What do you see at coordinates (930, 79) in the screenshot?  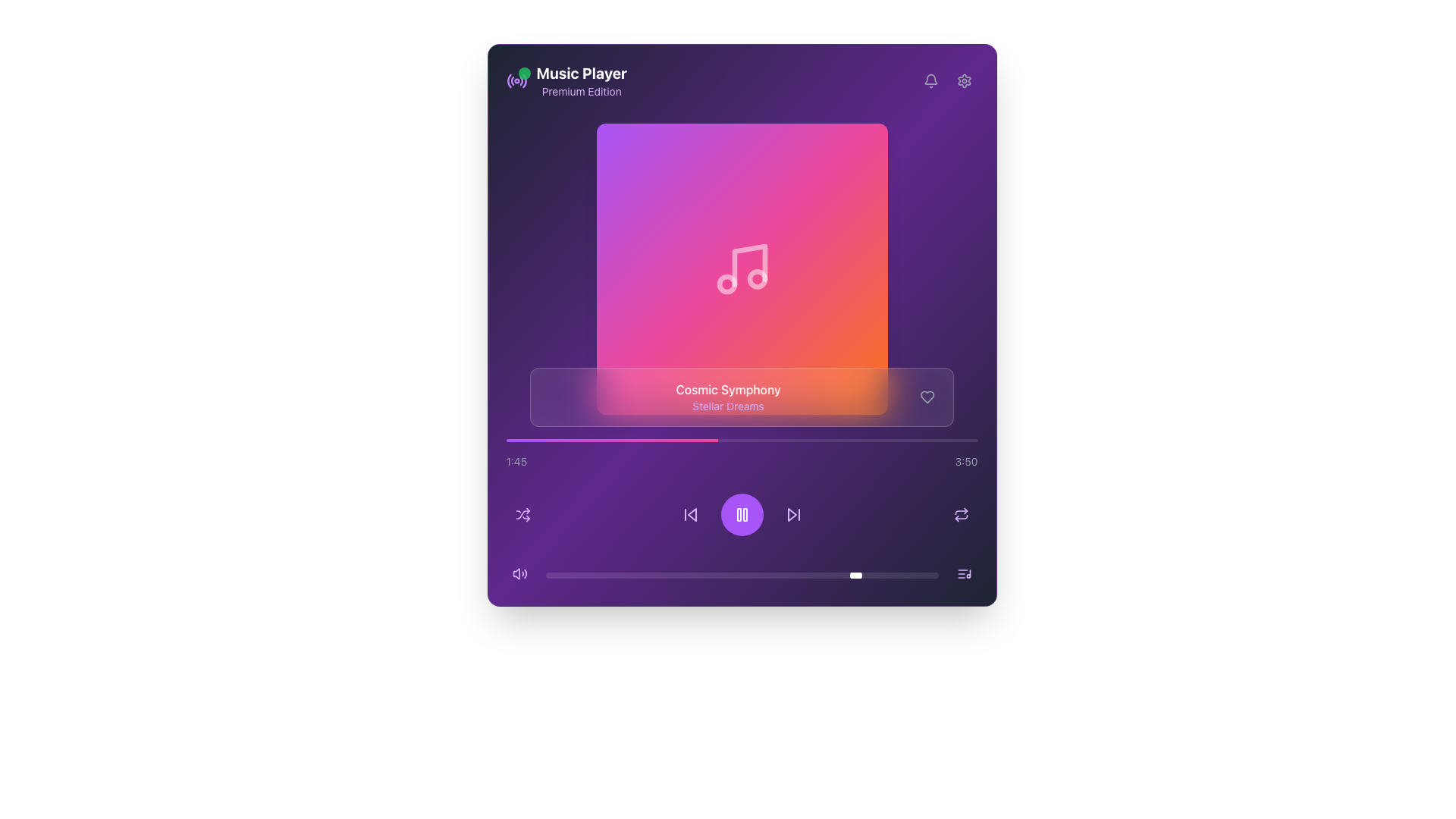 I see `the notification indicator icon located at the top-right of the application's main header, adjacent to the gear icon` at bounding box center [930, 79].